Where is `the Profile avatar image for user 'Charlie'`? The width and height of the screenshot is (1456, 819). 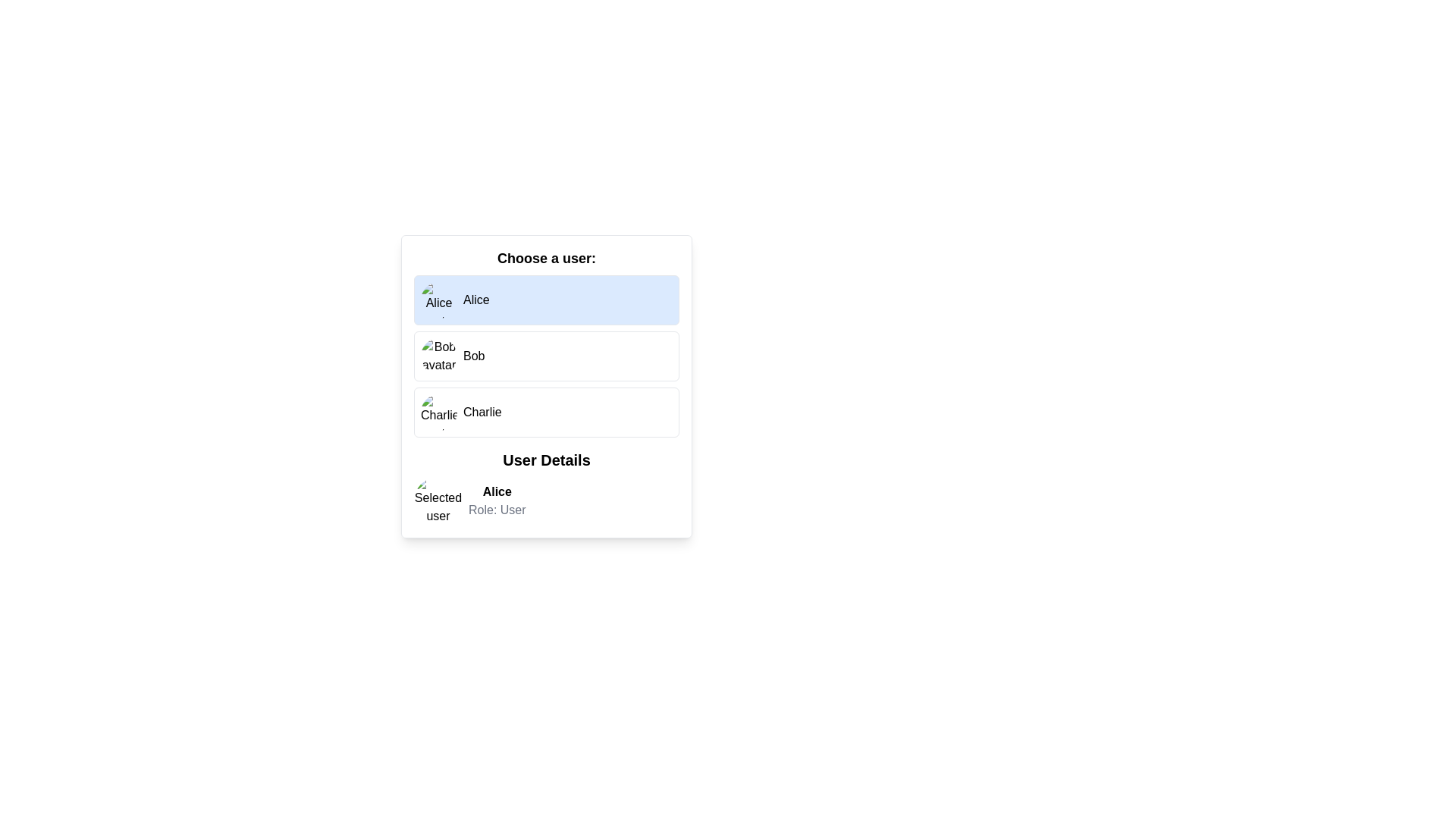
the Profile avatar image for user 'Charlie' is located at coordinates (438, 412).